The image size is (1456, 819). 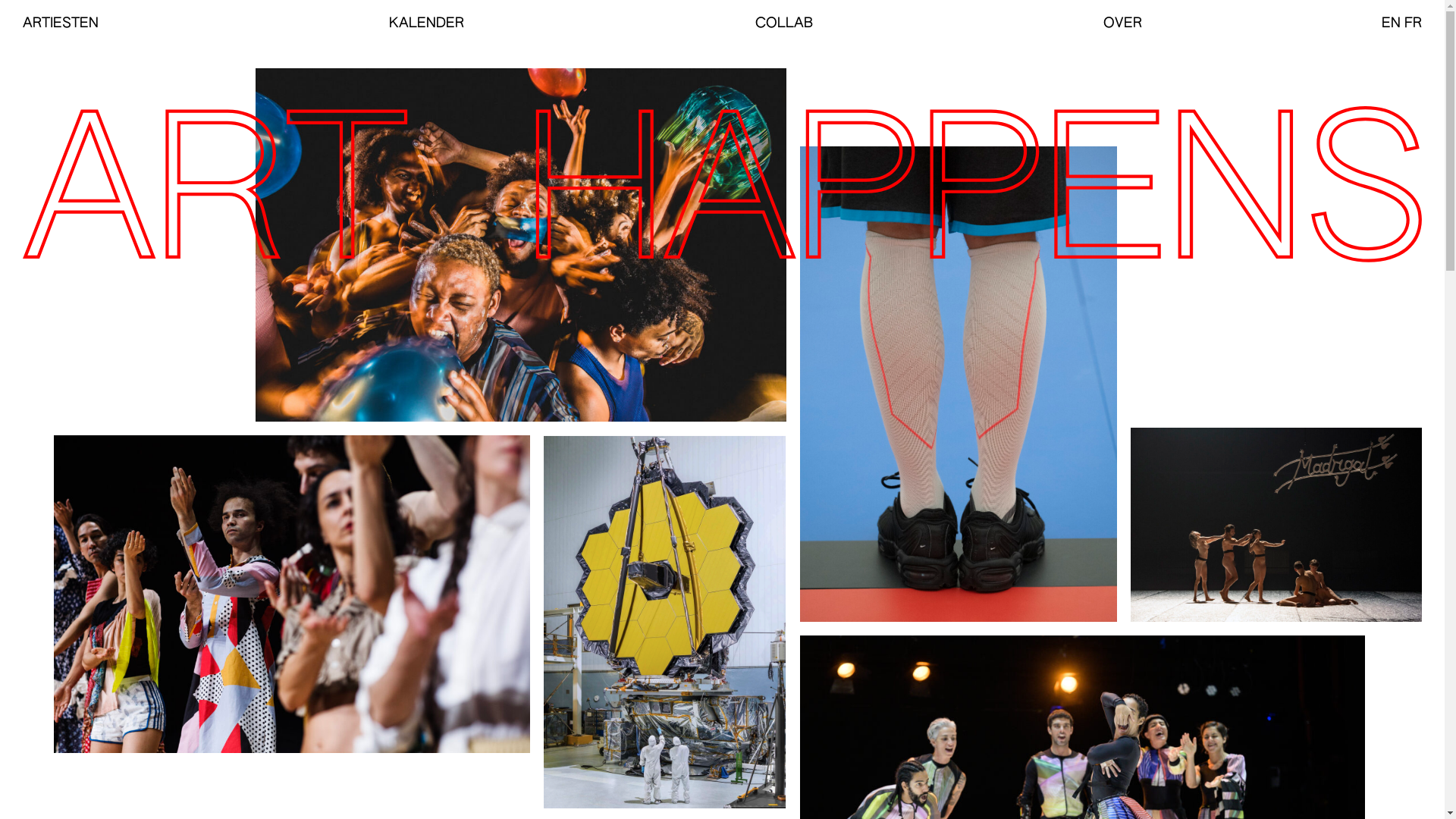 What do you see at coordinates (61, 23) in the screenshot?
I see `'ARTIESTEN'` at bounding box center [61, 23].